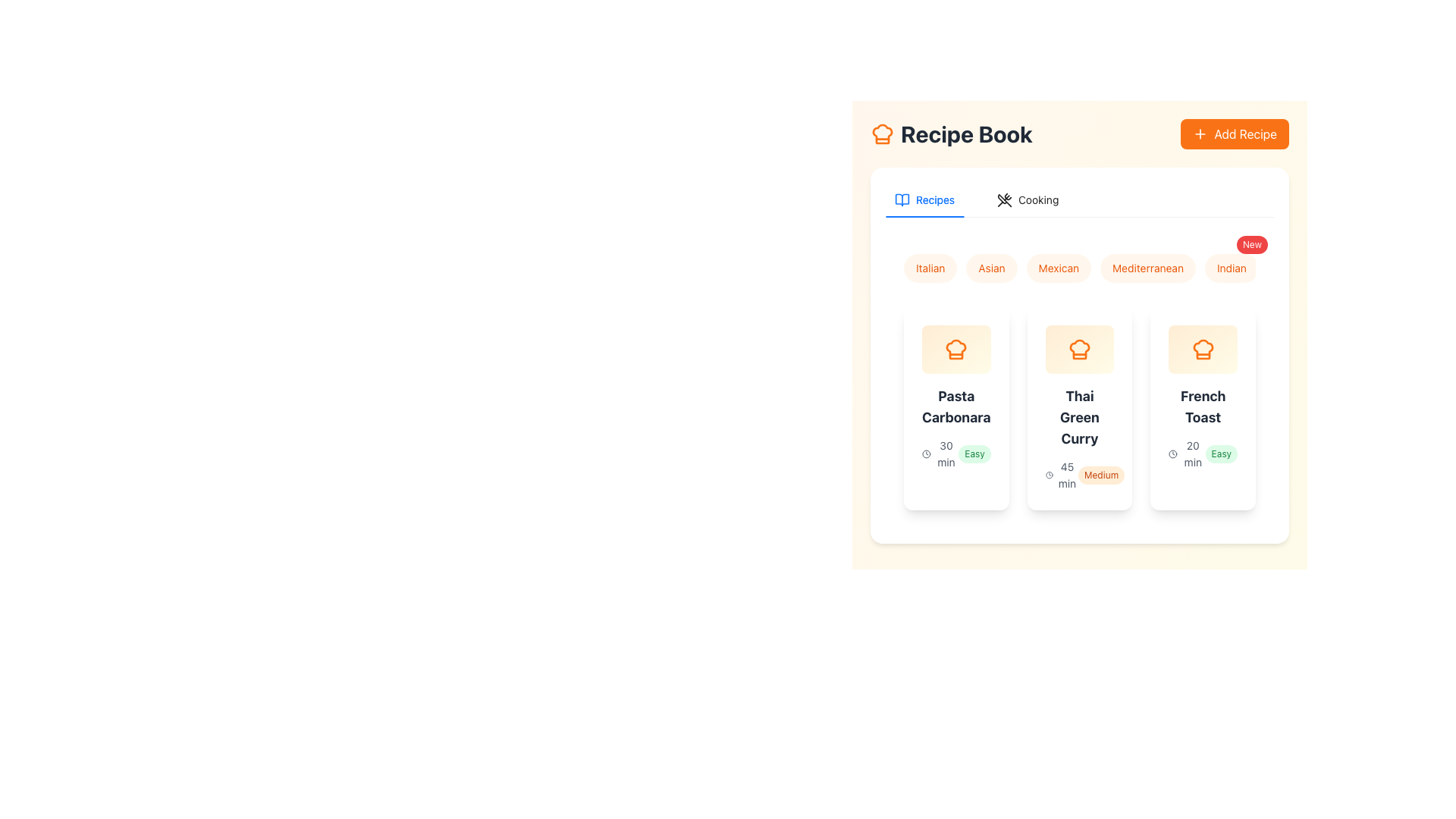  I want to click on the text label displaying '20 min' in dark gray, which is part of the recipe card for 'French Toast' located near the clock icon, so click(1192, 453).